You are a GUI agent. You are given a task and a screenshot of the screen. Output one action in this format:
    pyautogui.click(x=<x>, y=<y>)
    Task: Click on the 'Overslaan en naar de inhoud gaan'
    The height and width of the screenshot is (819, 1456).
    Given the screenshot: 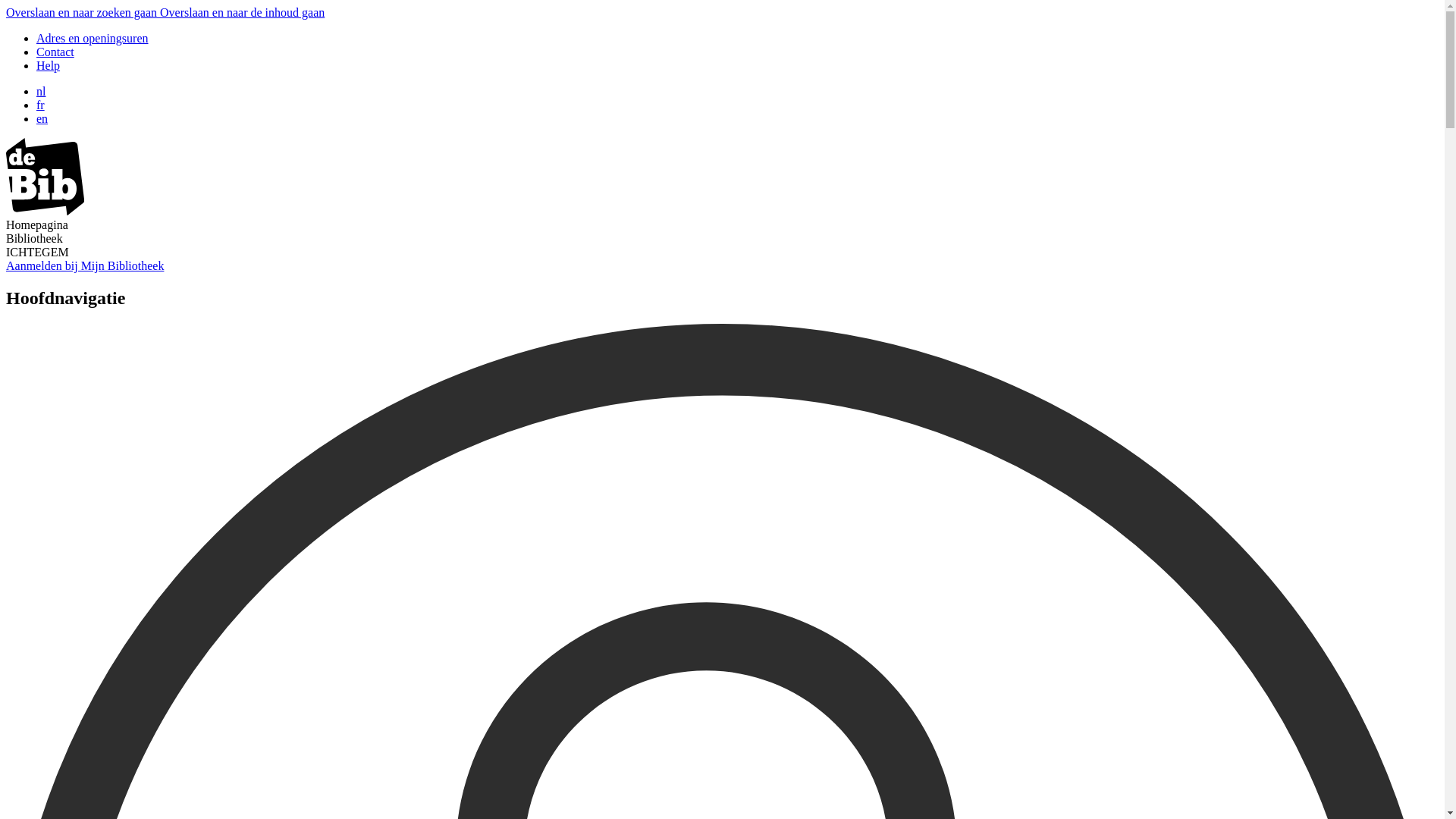 What is the action you would take?
    pyautogui.click(x=241, y=12)
    